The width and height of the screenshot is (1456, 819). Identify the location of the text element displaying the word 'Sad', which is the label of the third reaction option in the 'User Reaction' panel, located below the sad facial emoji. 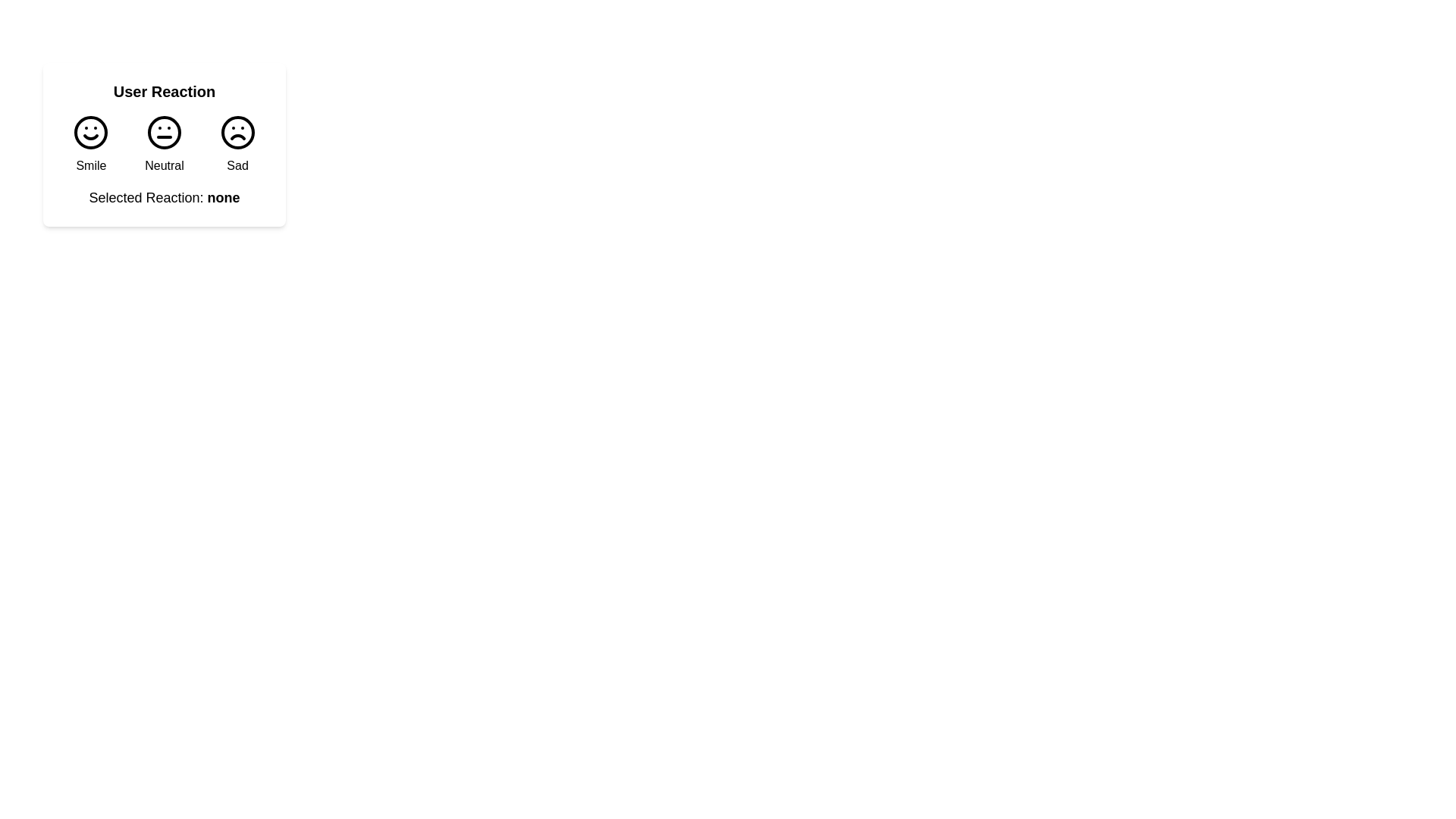
(237, 166).